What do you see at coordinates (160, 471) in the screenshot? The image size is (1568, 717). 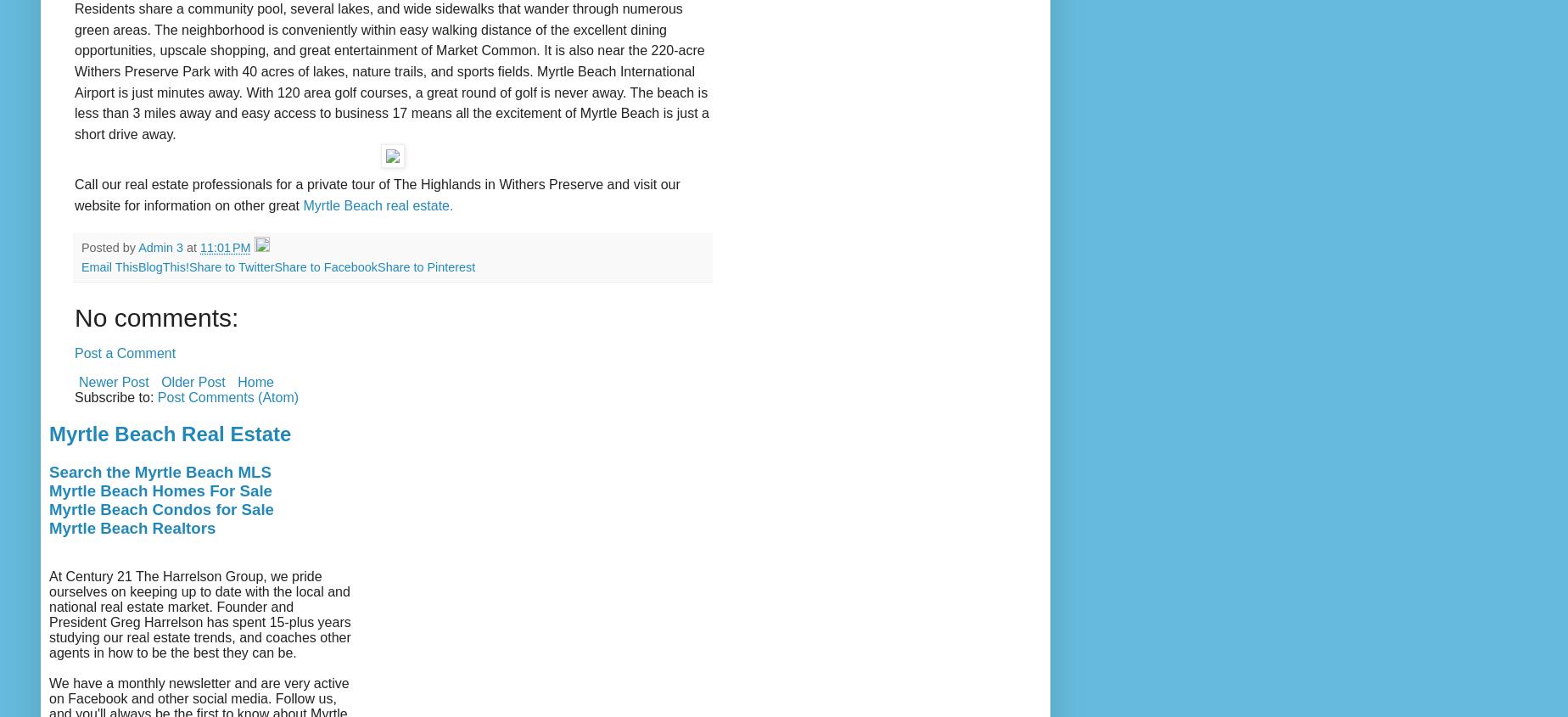 I see `'Search the Myrtle Beach MLS'` at bounding box center [160, 471].